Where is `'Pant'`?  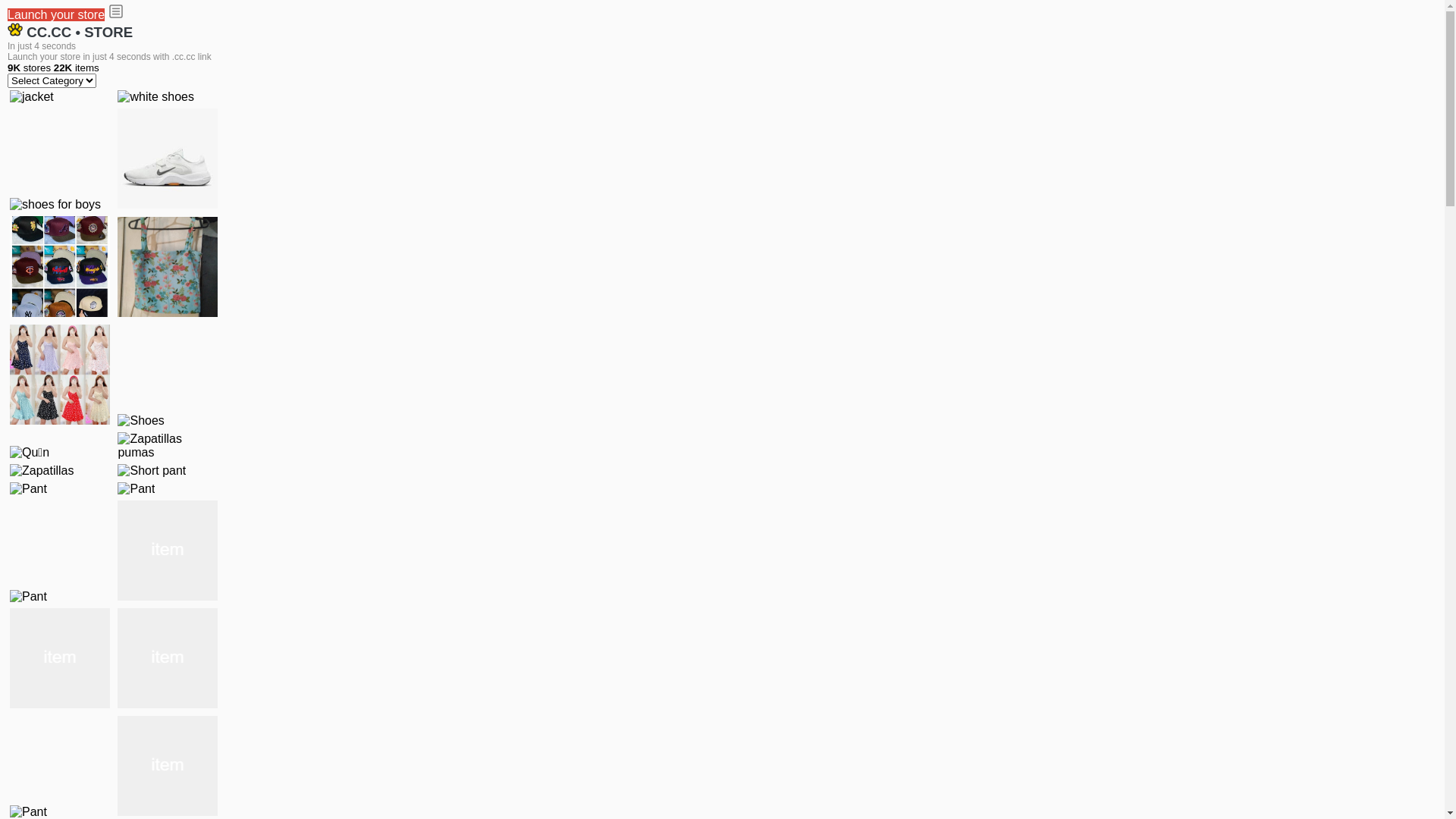
'Pant' is located at coordinates (167, 766).